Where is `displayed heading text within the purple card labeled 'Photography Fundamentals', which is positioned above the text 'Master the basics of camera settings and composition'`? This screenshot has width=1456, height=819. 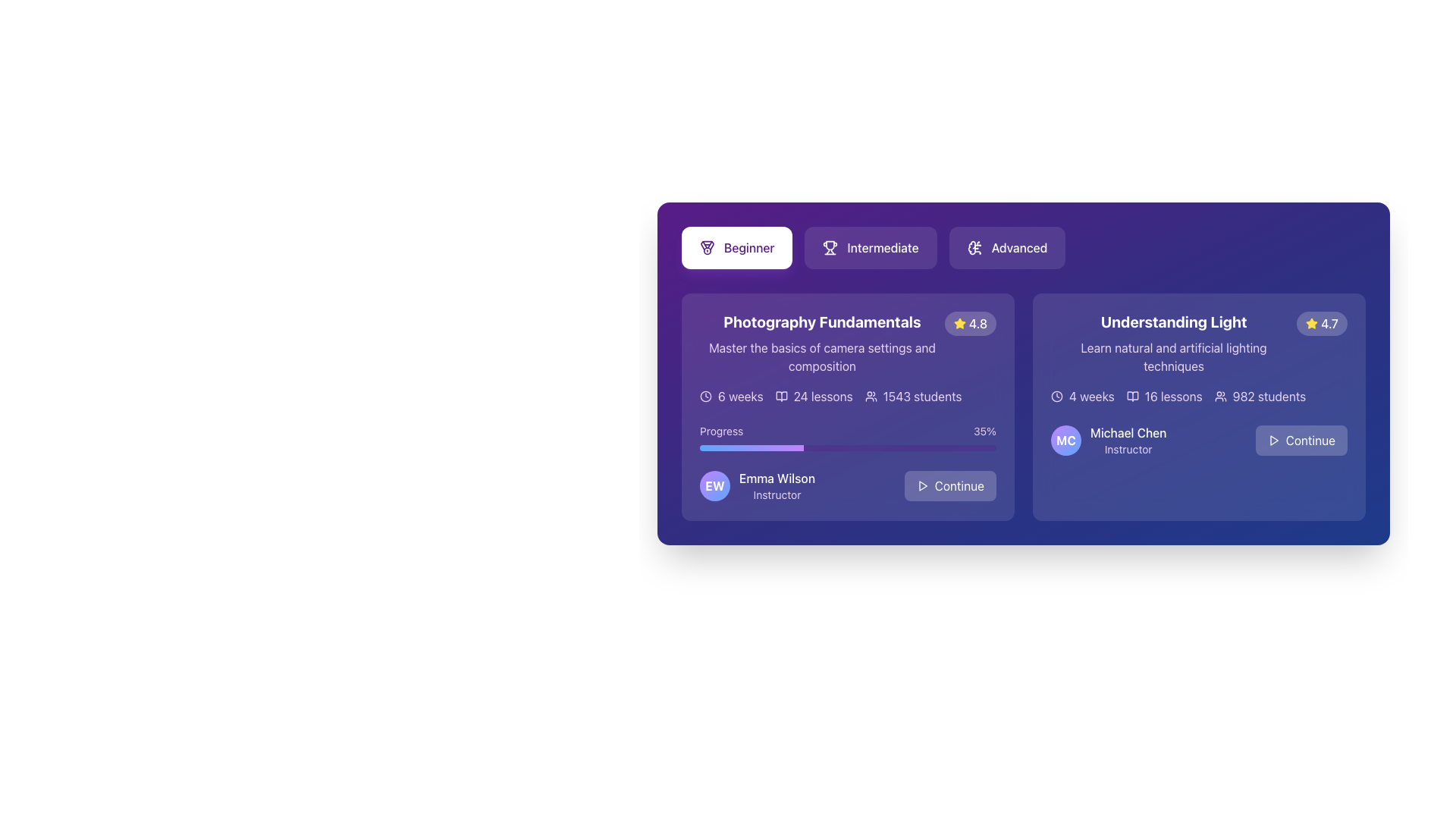
displayed heading text within the purple card labeled 'Photography Fundamentals', which is positioned above the text 'Master the basics of camera settings and composition' is located at coordinates (821, 321).